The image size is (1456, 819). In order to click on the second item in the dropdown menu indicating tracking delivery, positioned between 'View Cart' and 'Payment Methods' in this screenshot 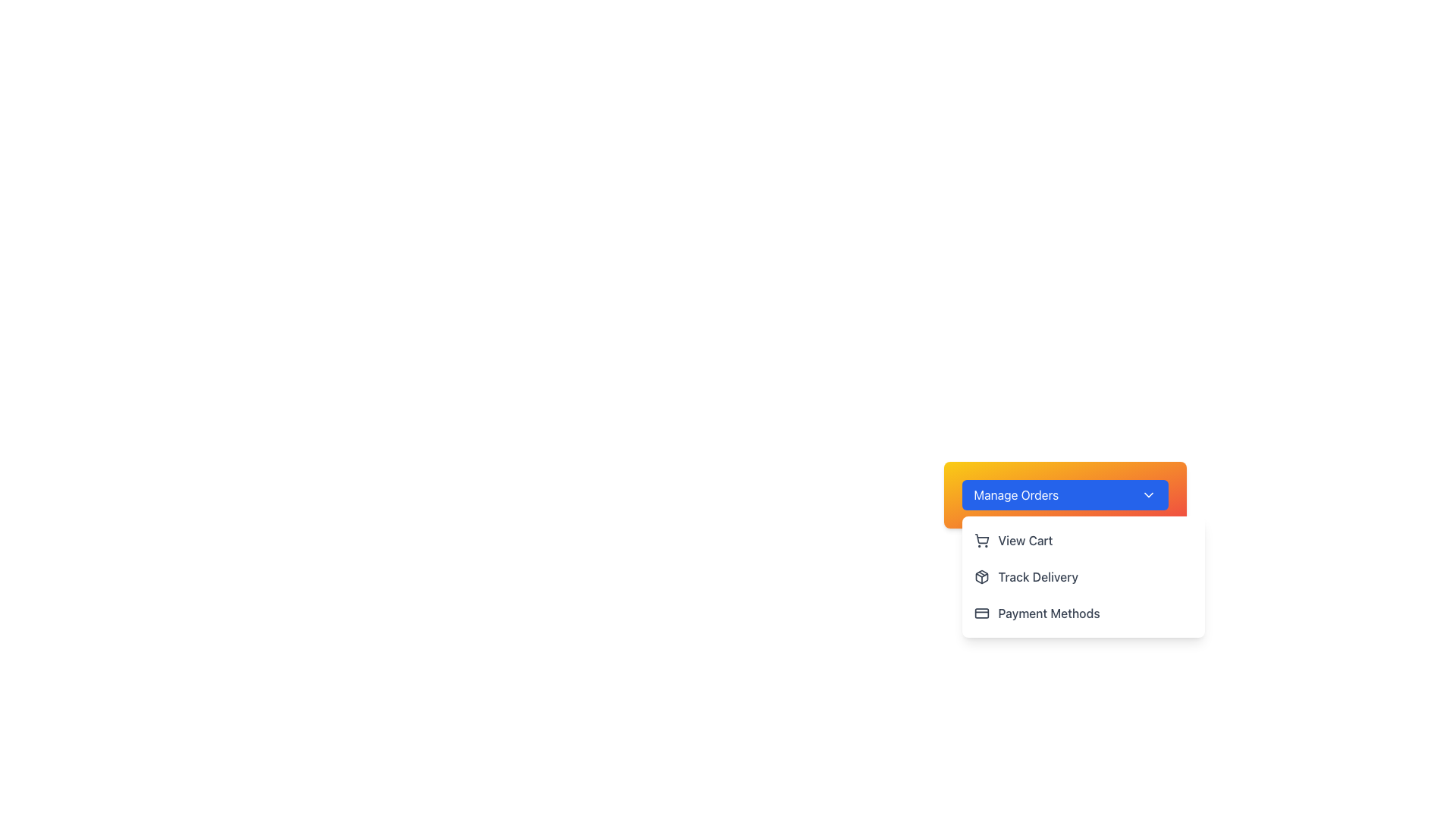, I will do `click(1037, 576)`.